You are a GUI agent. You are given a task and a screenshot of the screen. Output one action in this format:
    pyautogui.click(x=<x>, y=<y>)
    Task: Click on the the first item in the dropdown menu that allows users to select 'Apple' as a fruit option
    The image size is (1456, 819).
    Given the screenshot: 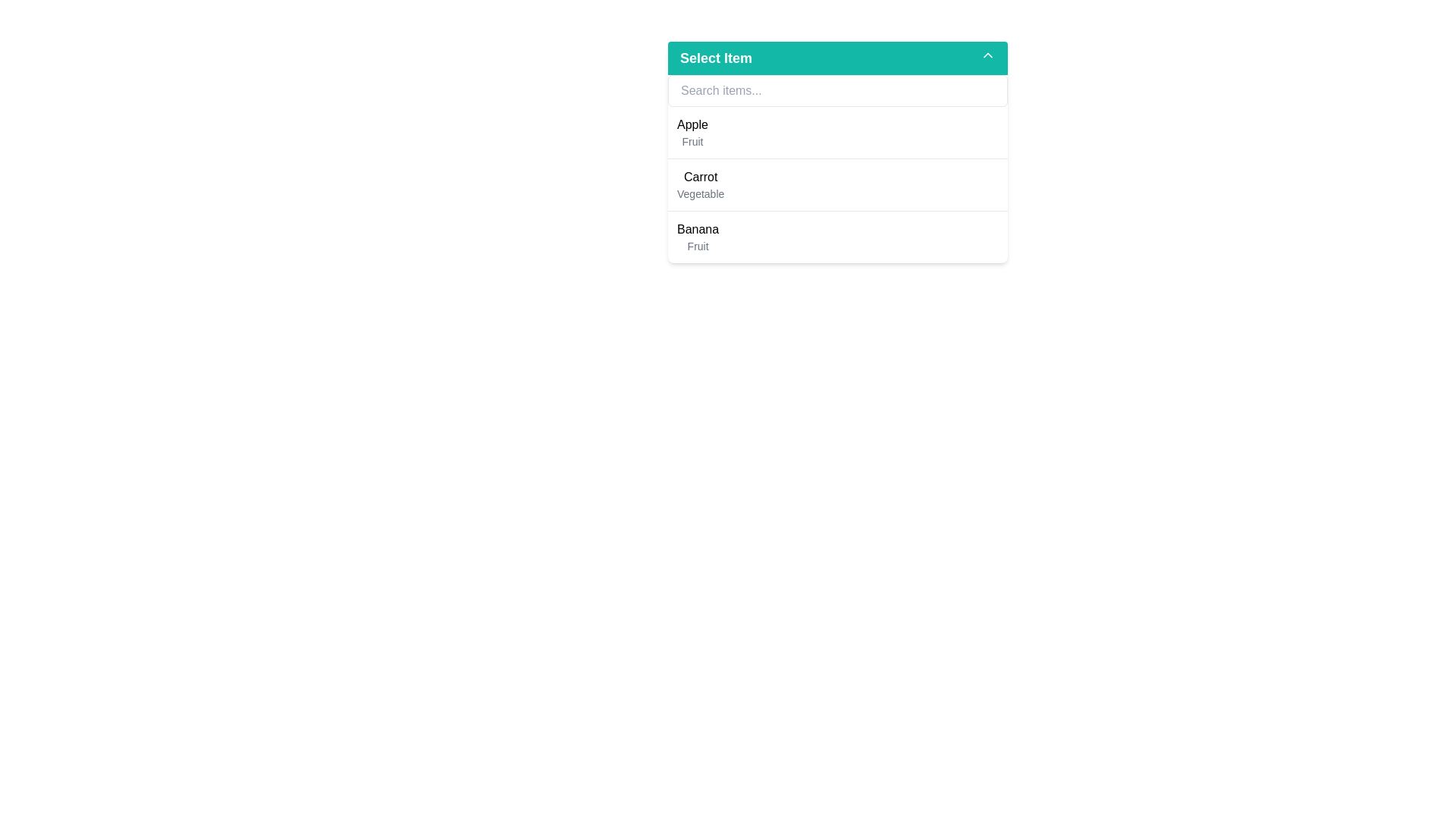 What is the action you would take?
    pyautogui.click(x=692, y=131)
    